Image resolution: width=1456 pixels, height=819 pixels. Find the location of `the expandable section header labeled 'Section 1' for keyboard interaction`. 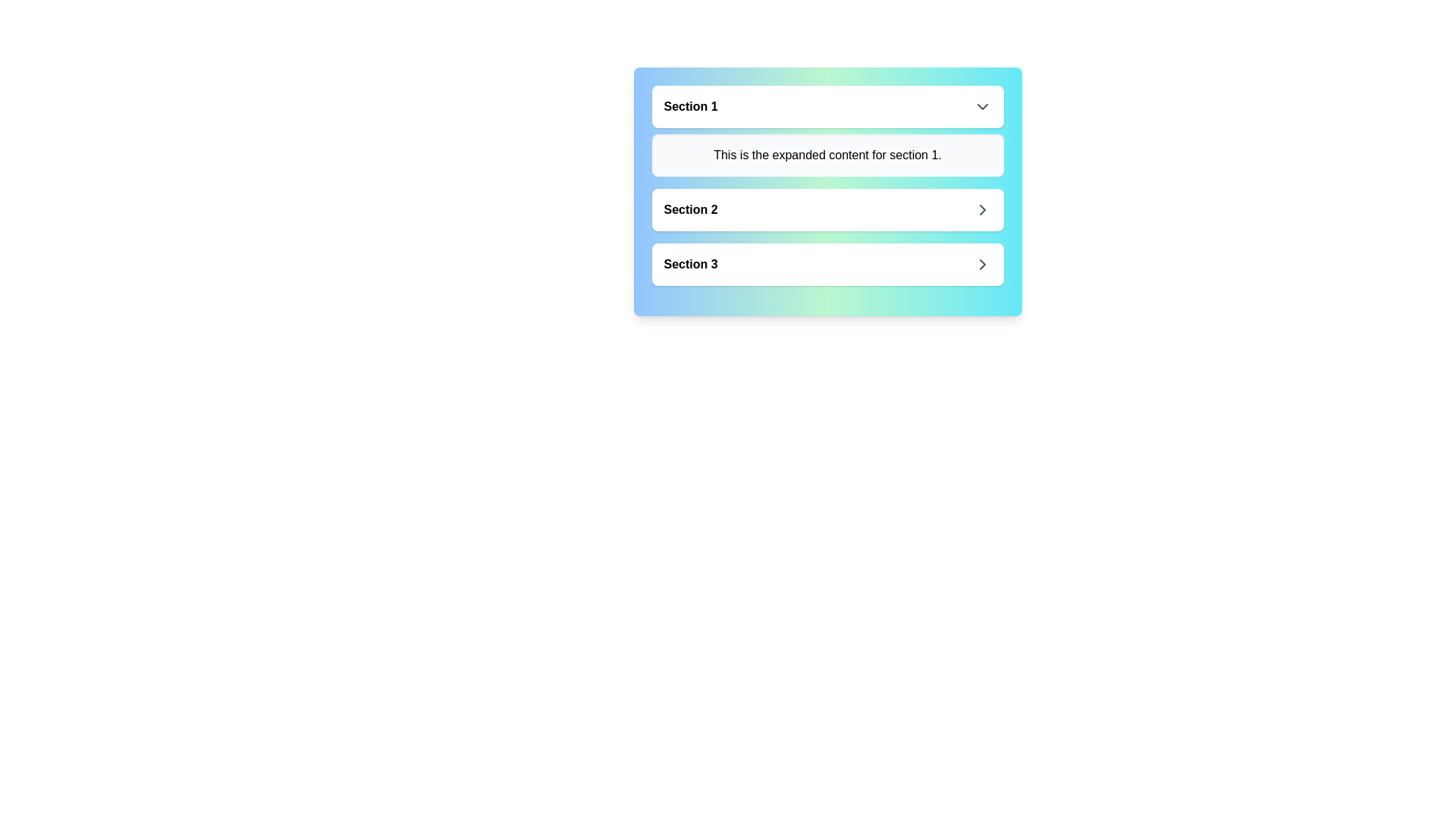

the expandable section header labeled 'Section 1' for keyboard interaction is located at coordinates (827, 106).